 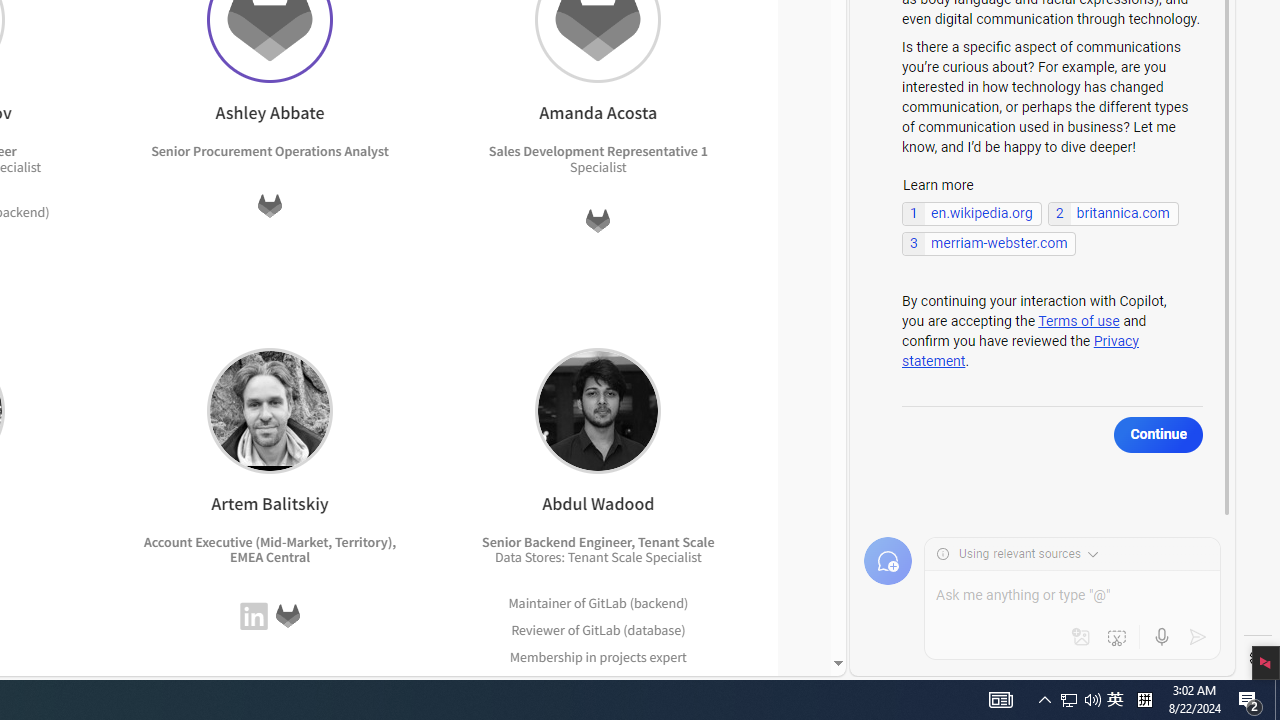 What do you see at coordinates (268, 409) in the screenshot?
I see `'Artem Balitskiy'` at bounding box center [268, 409].